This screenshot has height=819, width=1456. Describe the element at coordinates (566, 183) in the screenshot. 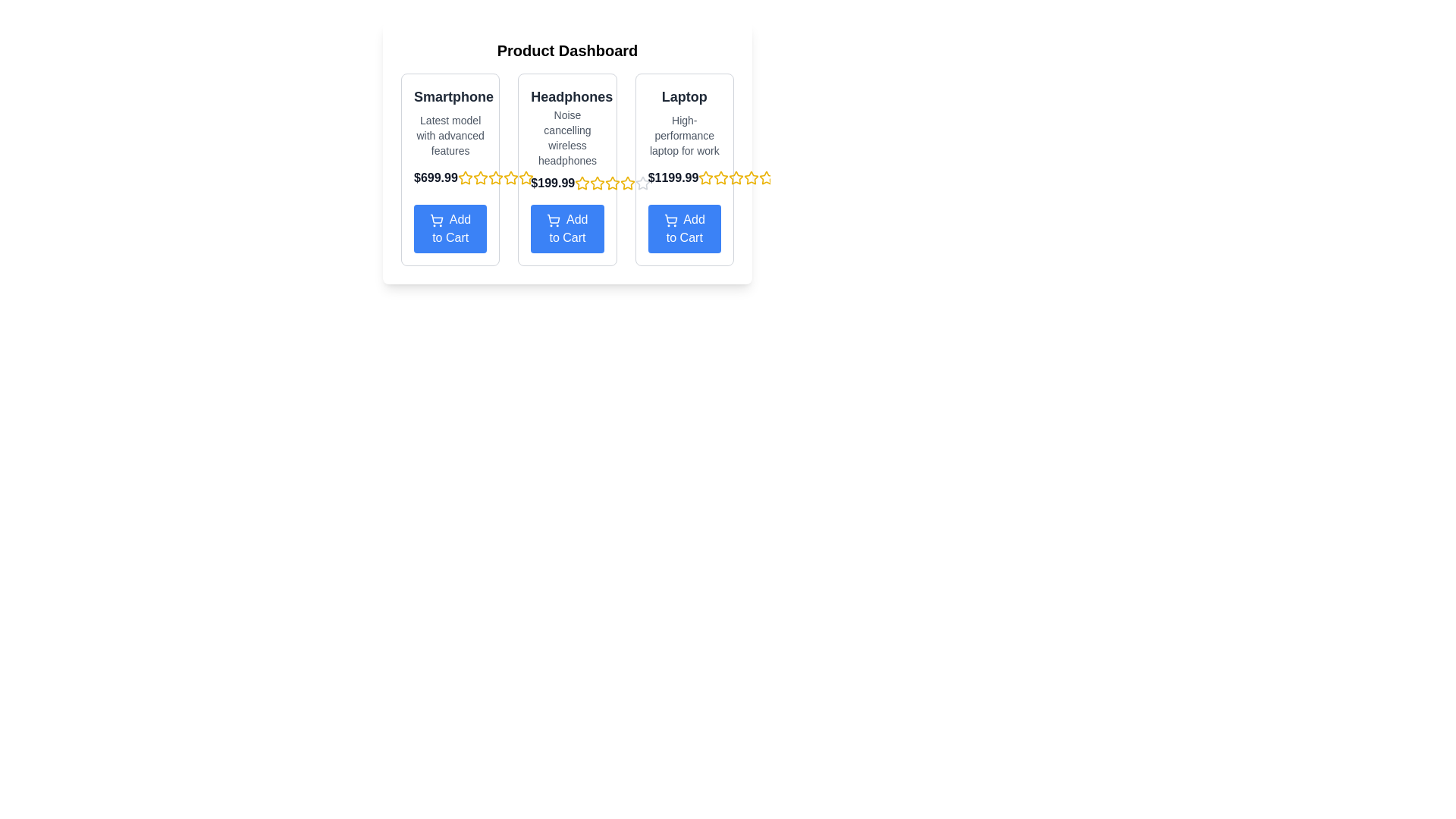

I see `the price display text of the 'Headphones' product, which is located beneath the product description 'Noise cancelling wireless headphones' and adjacent to the star rating feature` at that location.